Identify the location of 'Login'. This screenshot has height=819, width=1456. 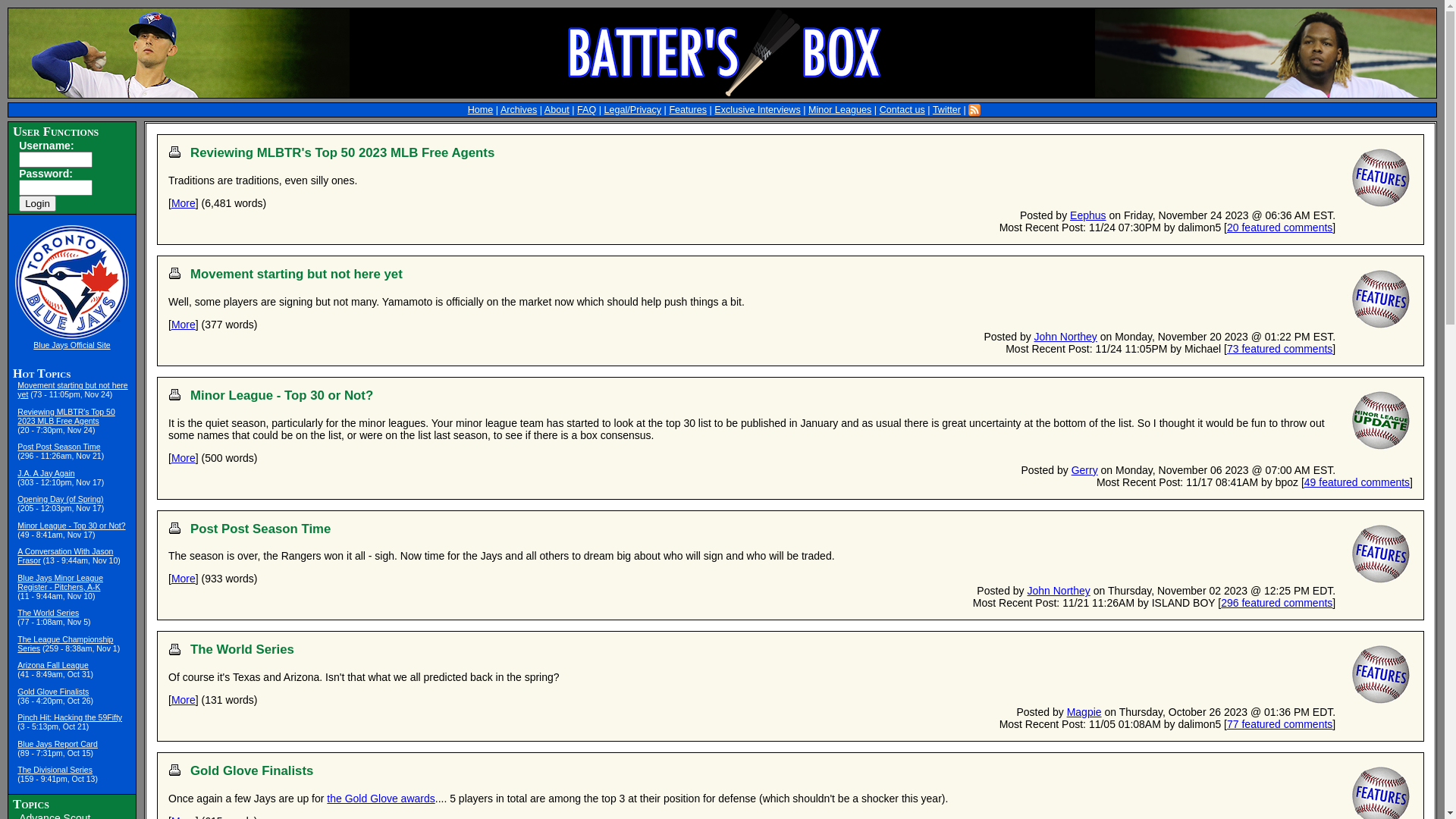
(37, 202).